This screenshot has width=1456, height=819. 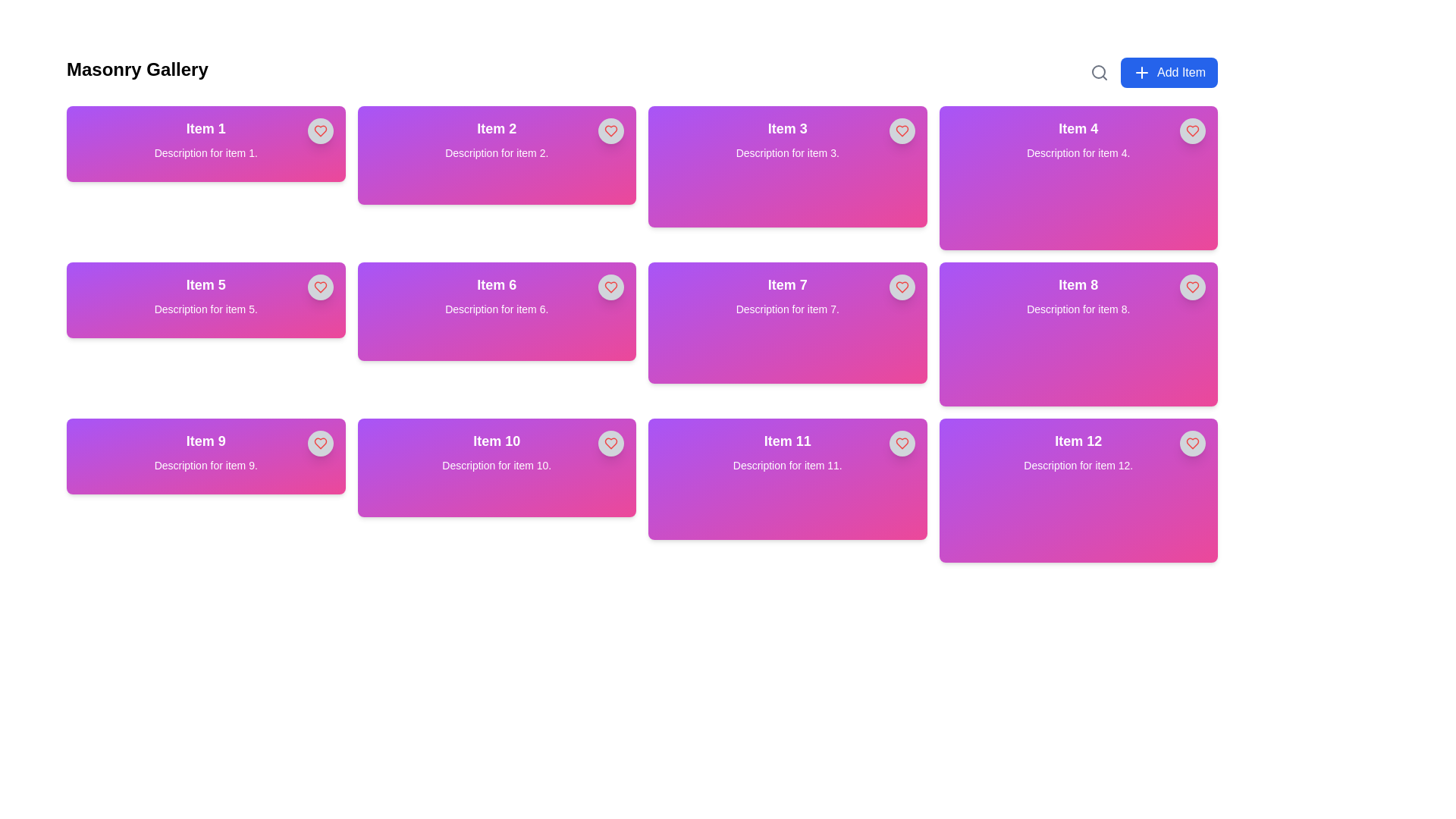 What do you see at coordinates (902, 287) in the screenshot?
I see `the heart-shaped icon within the button located at the top-right corner of the card labeled 'Item 7: Description for item 7'` at bounding box center [902, 287].